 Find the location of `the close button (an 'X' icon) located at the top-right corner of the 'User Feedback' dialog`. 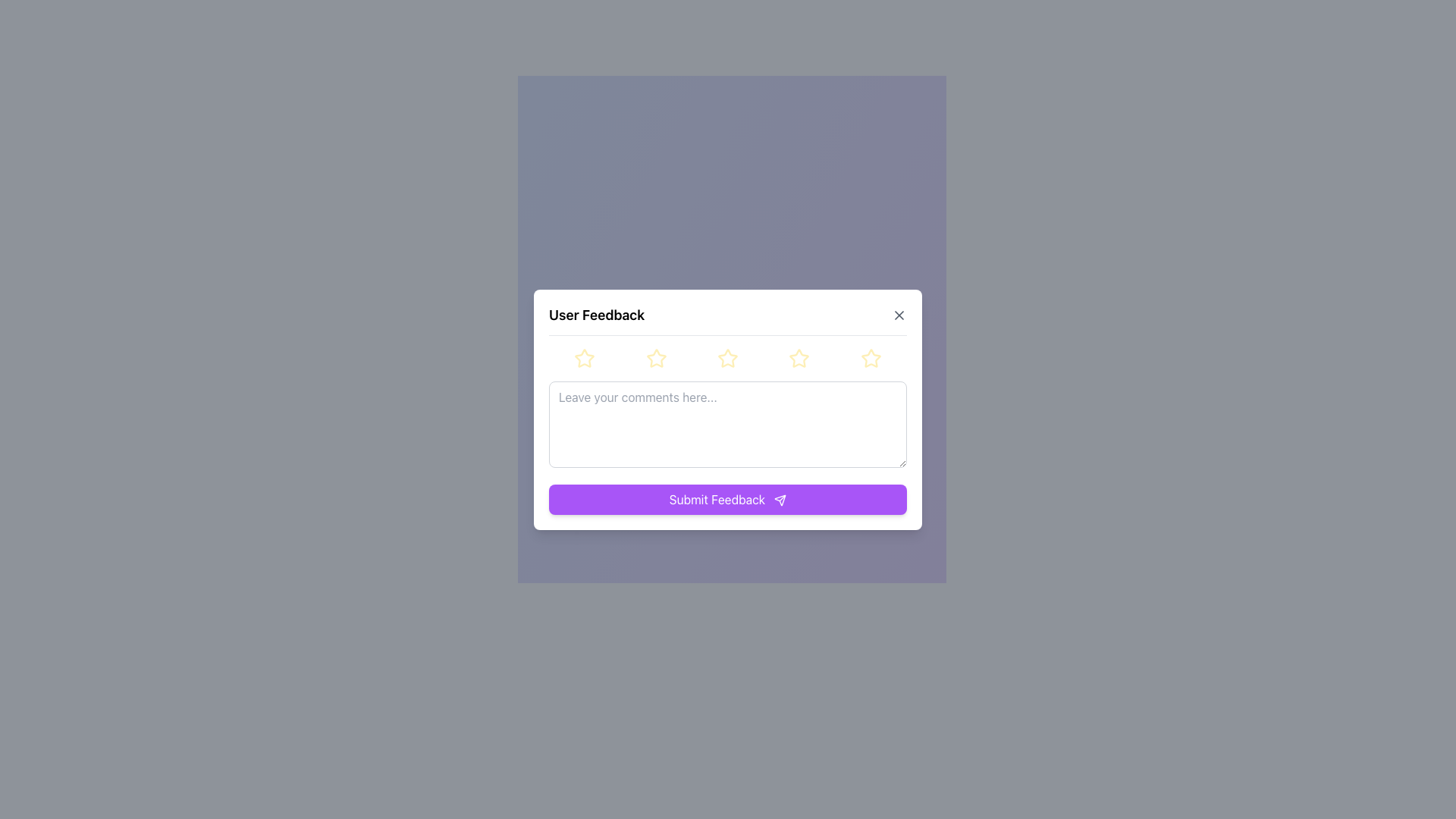

the close button (an 'X' icon) located at the top-right corner of the 'User Feedback' dialog is located at coordinates (899, 314).